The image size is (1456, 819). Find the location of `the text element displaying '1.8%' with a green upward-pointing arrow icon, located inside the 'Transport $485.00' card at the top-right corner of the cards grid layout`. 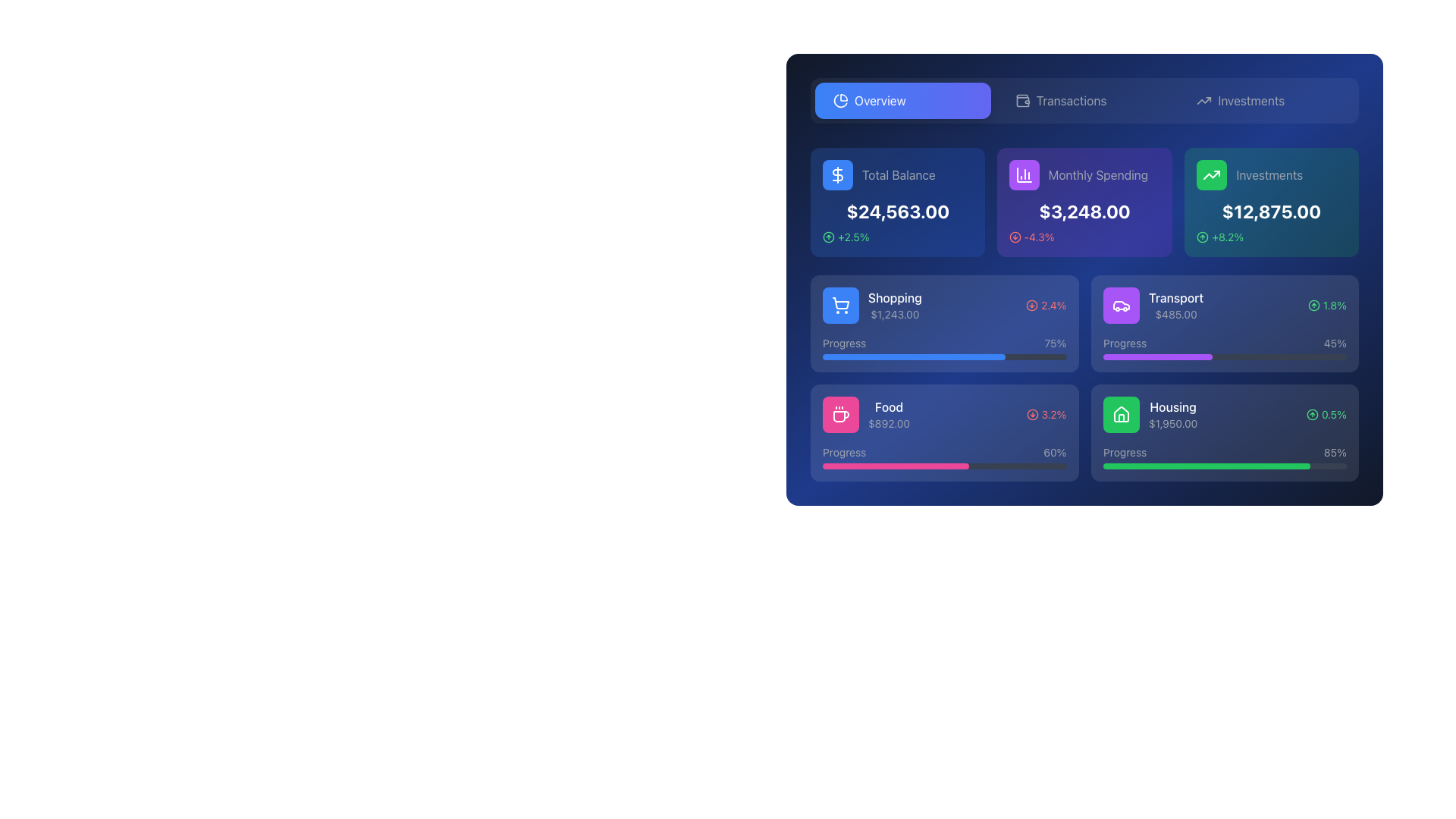

the text element displaying '1.8%' with a green upward-pointing arrow icon, located inside the 'Transport $485.00' card at the top-right corner of the cards grid layout is located at coordinates (1326, 305).